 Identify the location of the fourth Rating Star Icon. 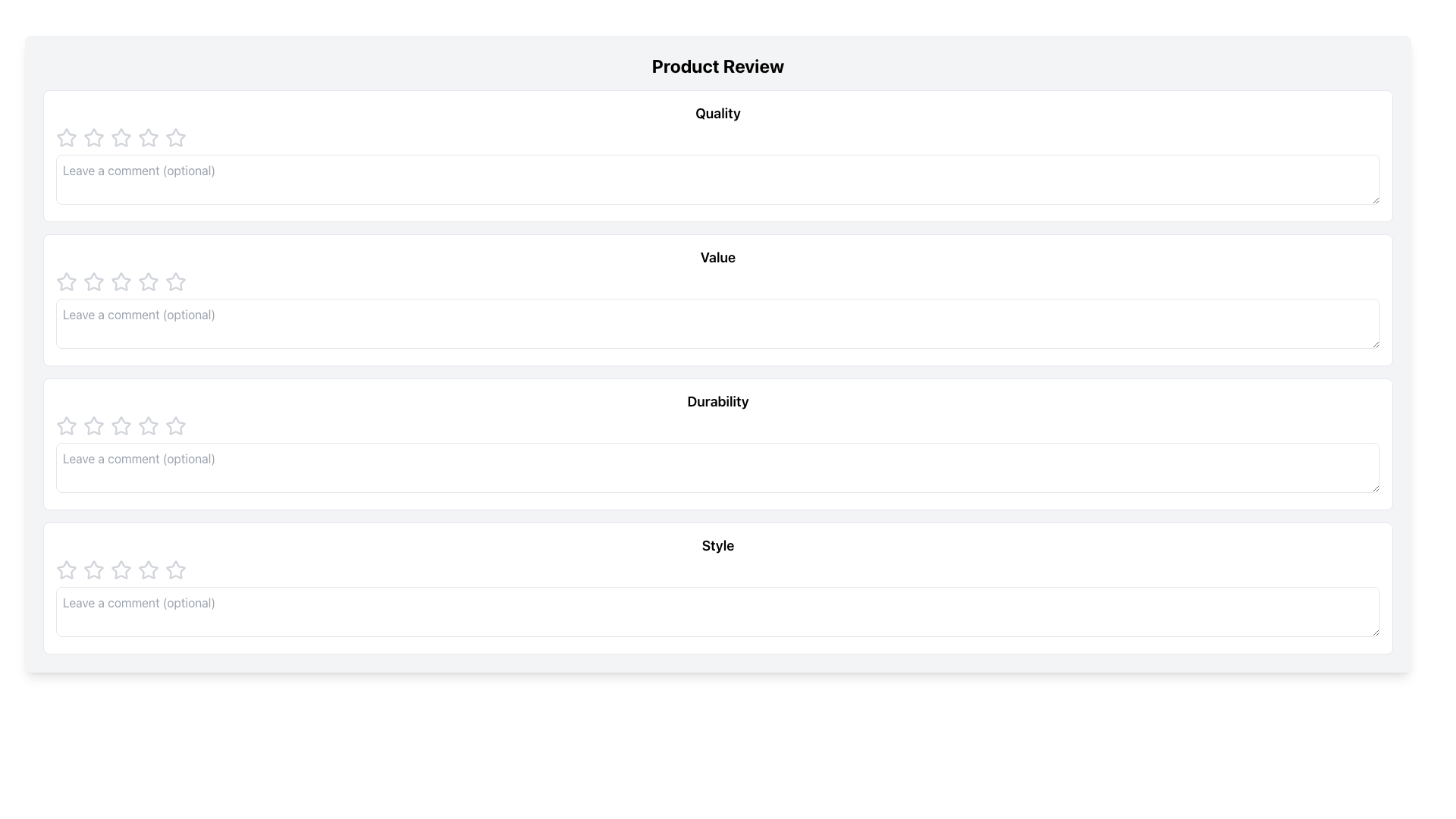
(120, 281).